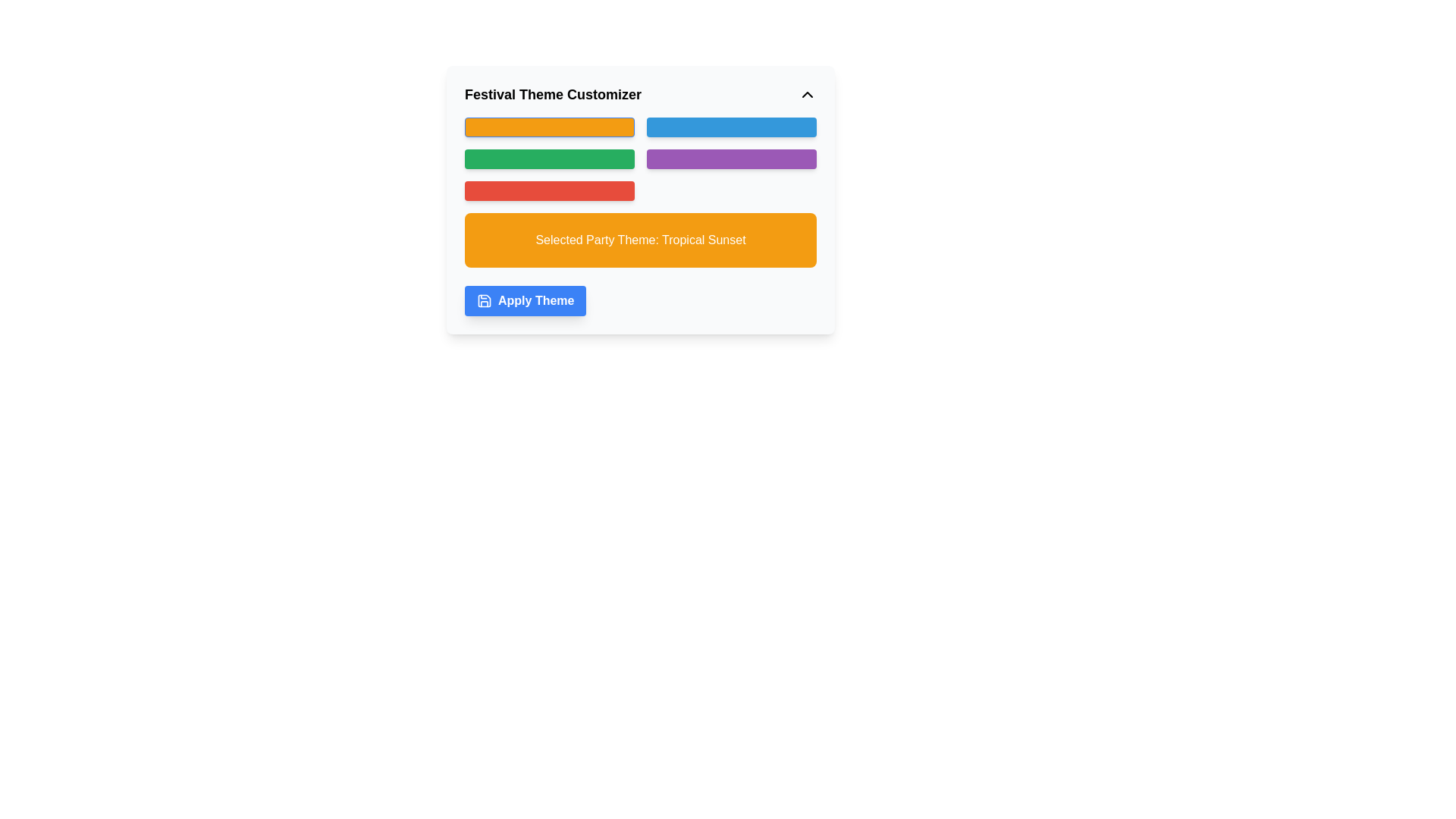 Image resolution: width=1456 pixels, height=819 pixels. I want to click on the rectangular blue button labeled 'Apply Theme' located at the bottom-right of the 'Festival Theme Customizer' interface to apply the theme, so click(526, 301).